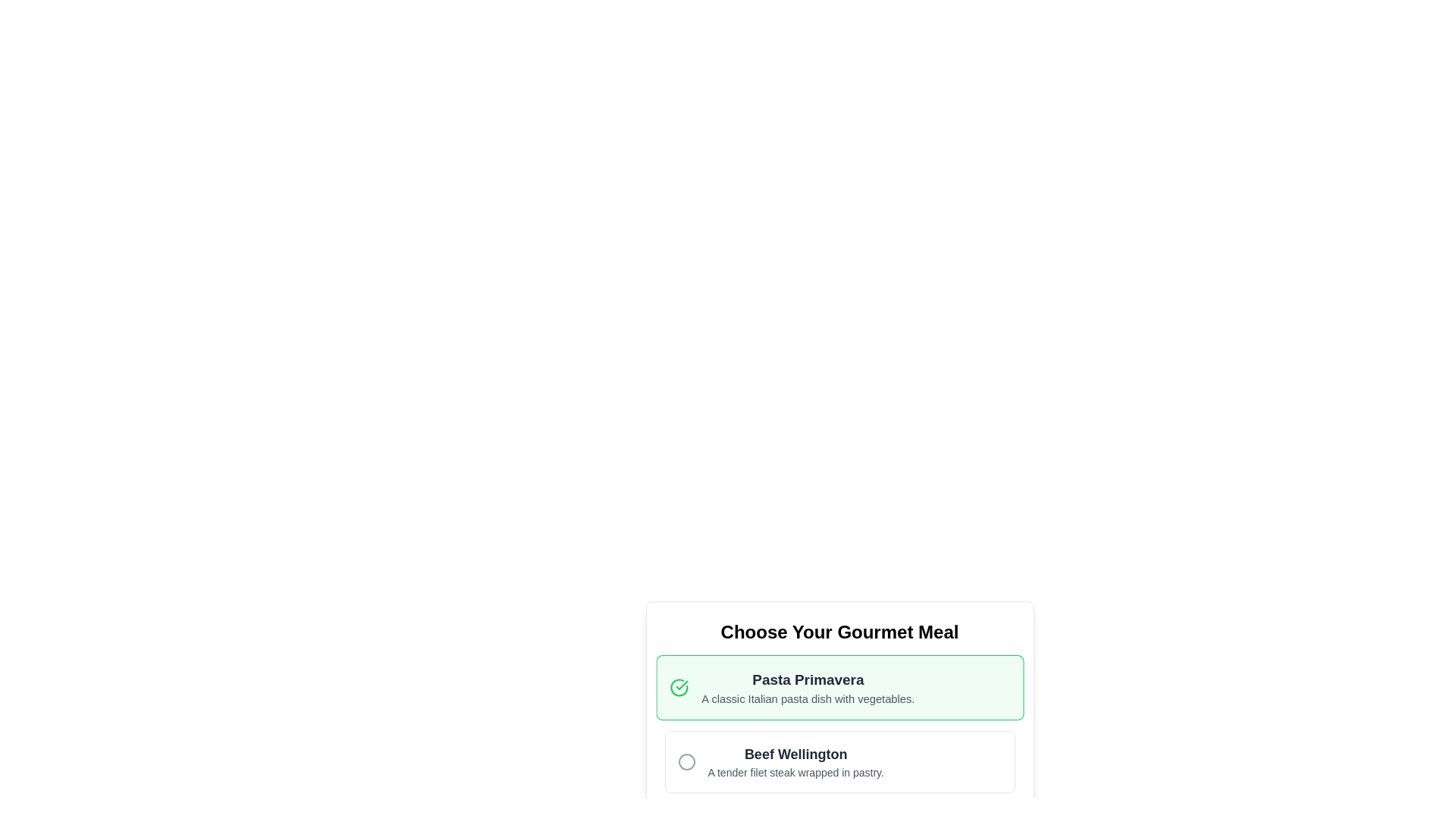 The height and width of the screenshot is (819, 1456). I want to click on information displayed in the text block titled 'Beef Wellington' which includes its description 'A tender filet steak wrapped in pastry.', so click(795, 762).